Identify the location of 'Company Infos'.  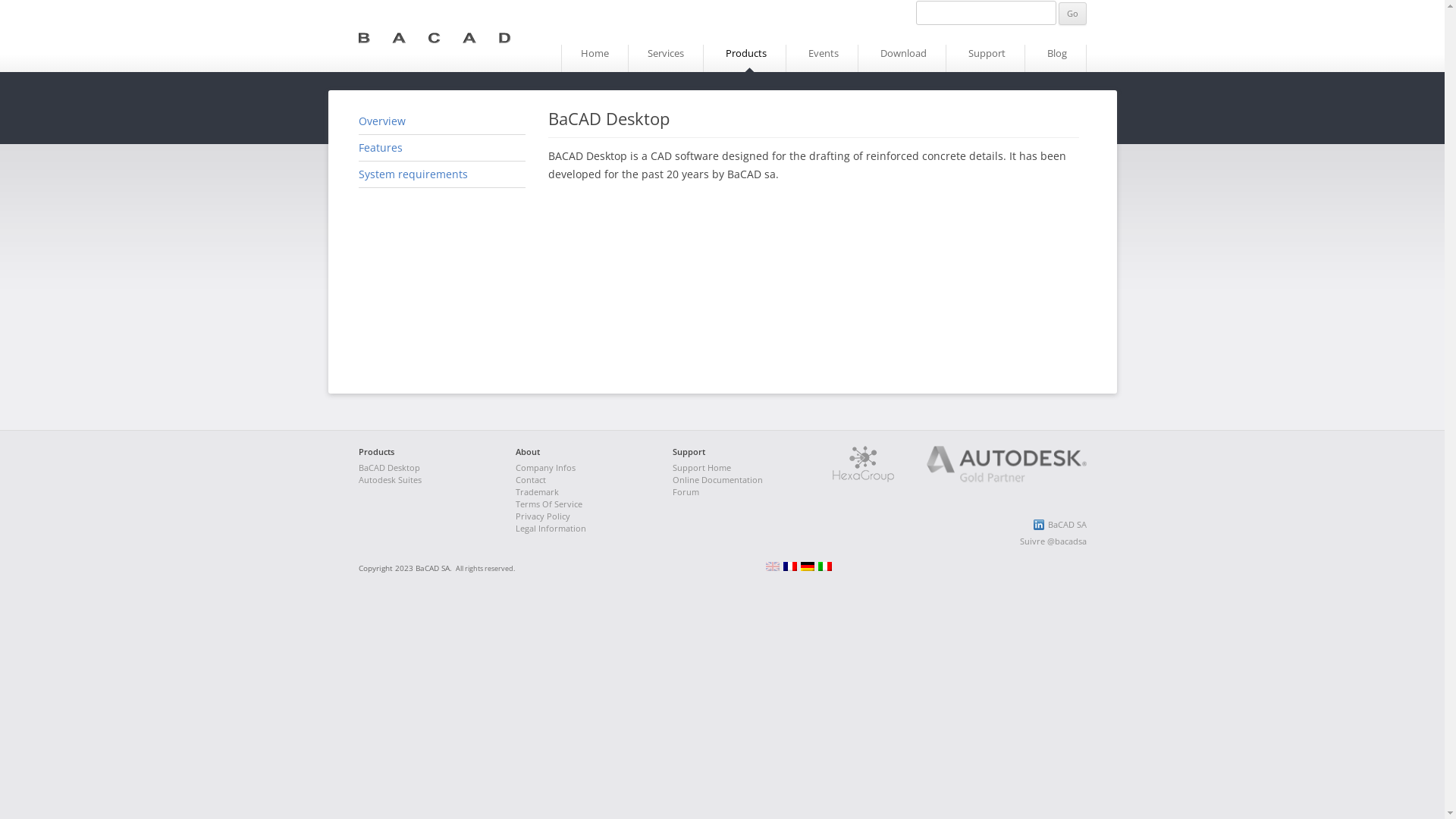
(545, 466).